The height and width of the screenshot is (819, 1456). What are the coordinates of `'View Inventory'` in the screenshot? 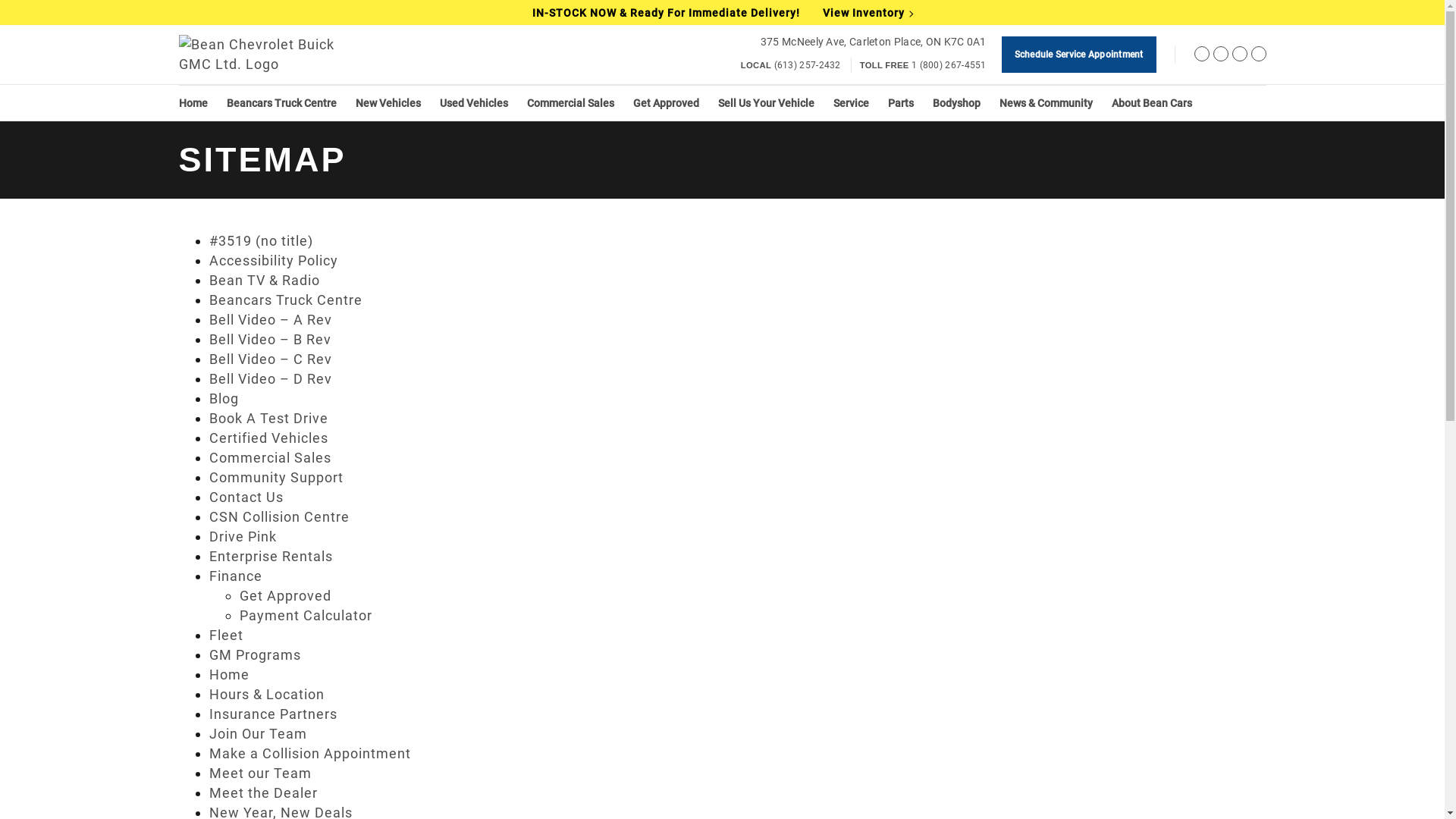 It's located at (821, 12).